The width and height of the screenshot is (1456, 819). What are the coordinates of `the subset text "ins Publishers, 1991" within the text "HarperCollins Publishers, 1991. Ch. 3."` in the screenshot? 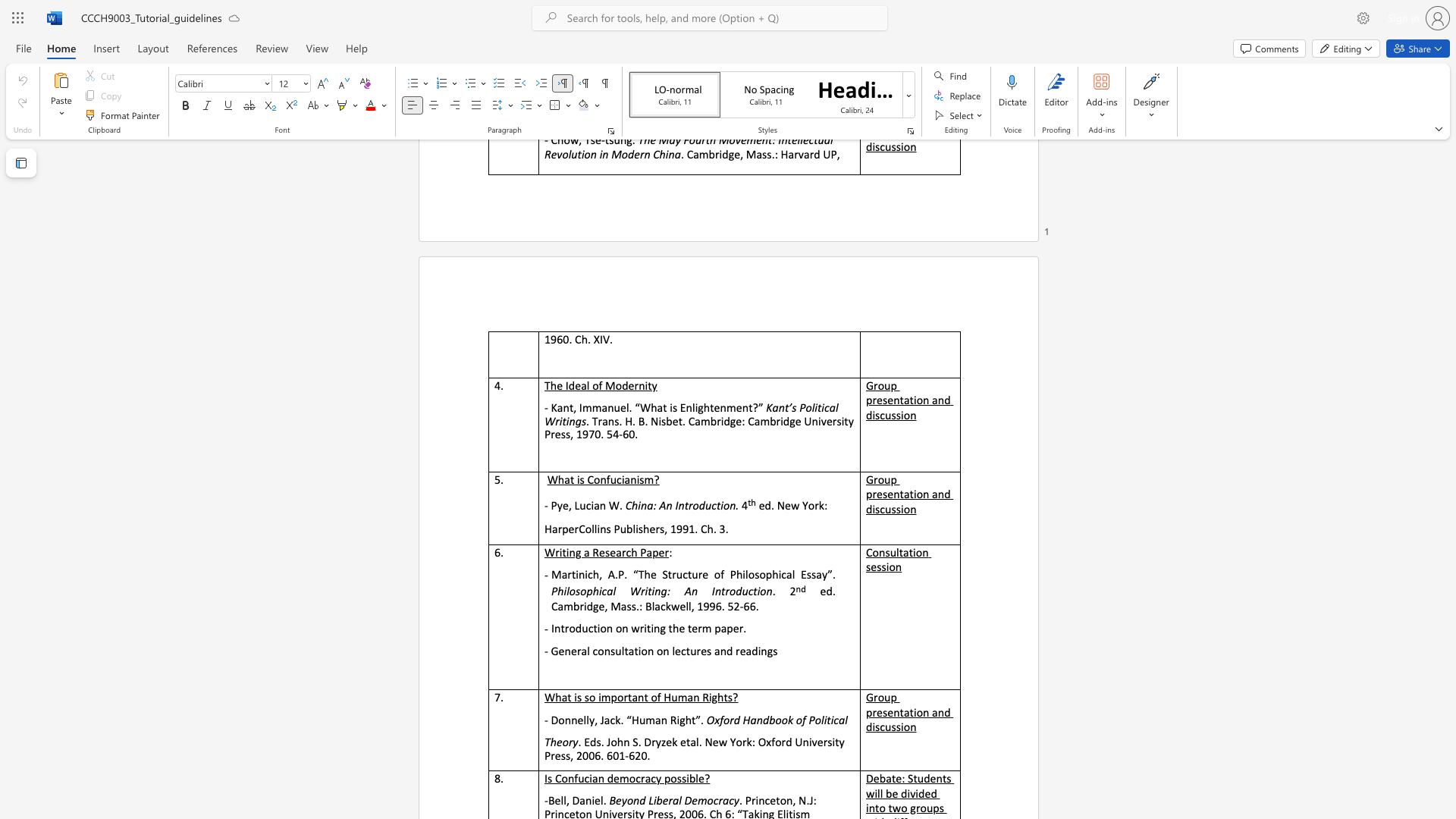 It's located at (596, 528).